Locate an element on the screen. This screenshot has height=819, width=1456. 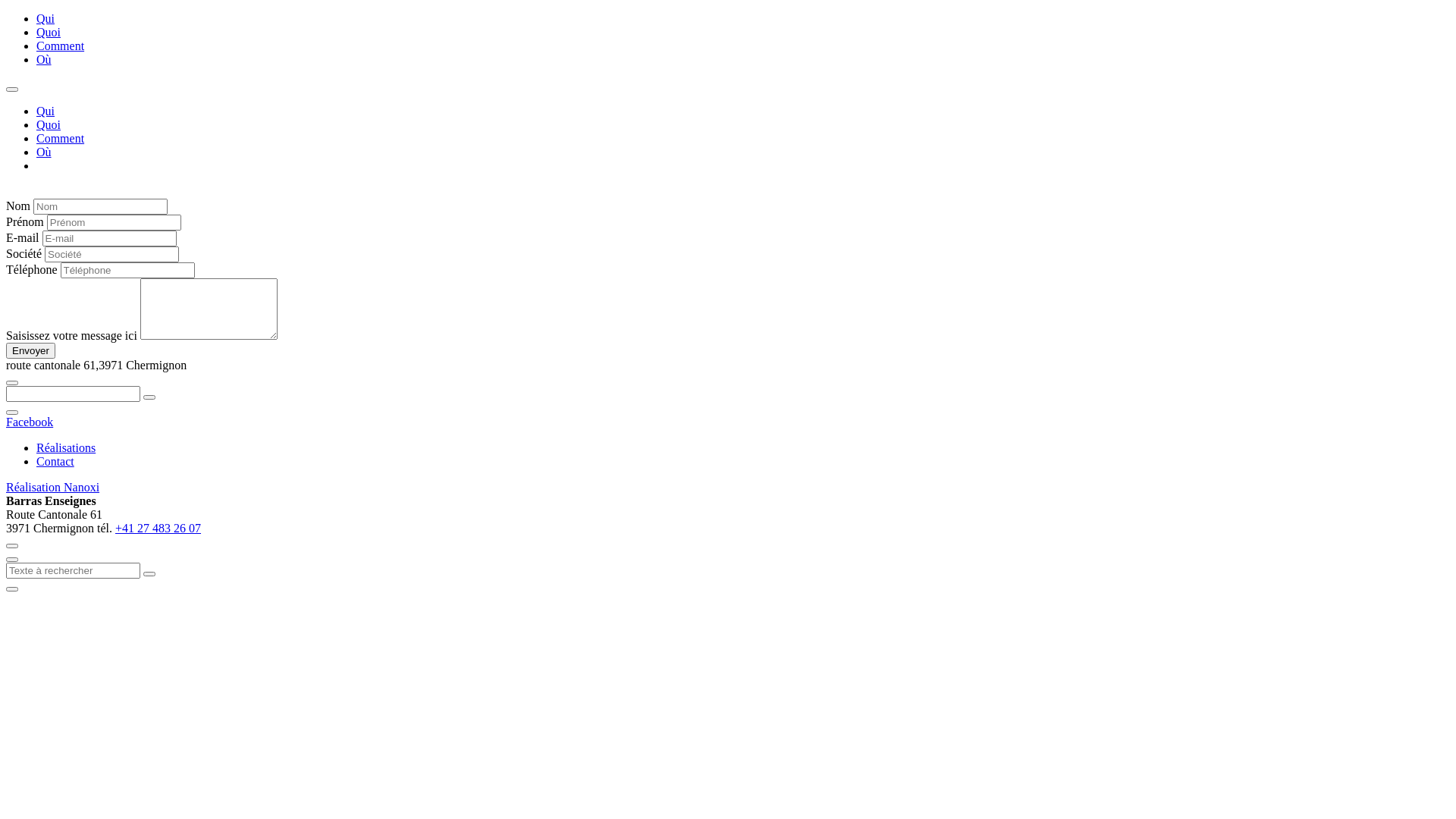
'fermer' is located at coordinates (11, 412).